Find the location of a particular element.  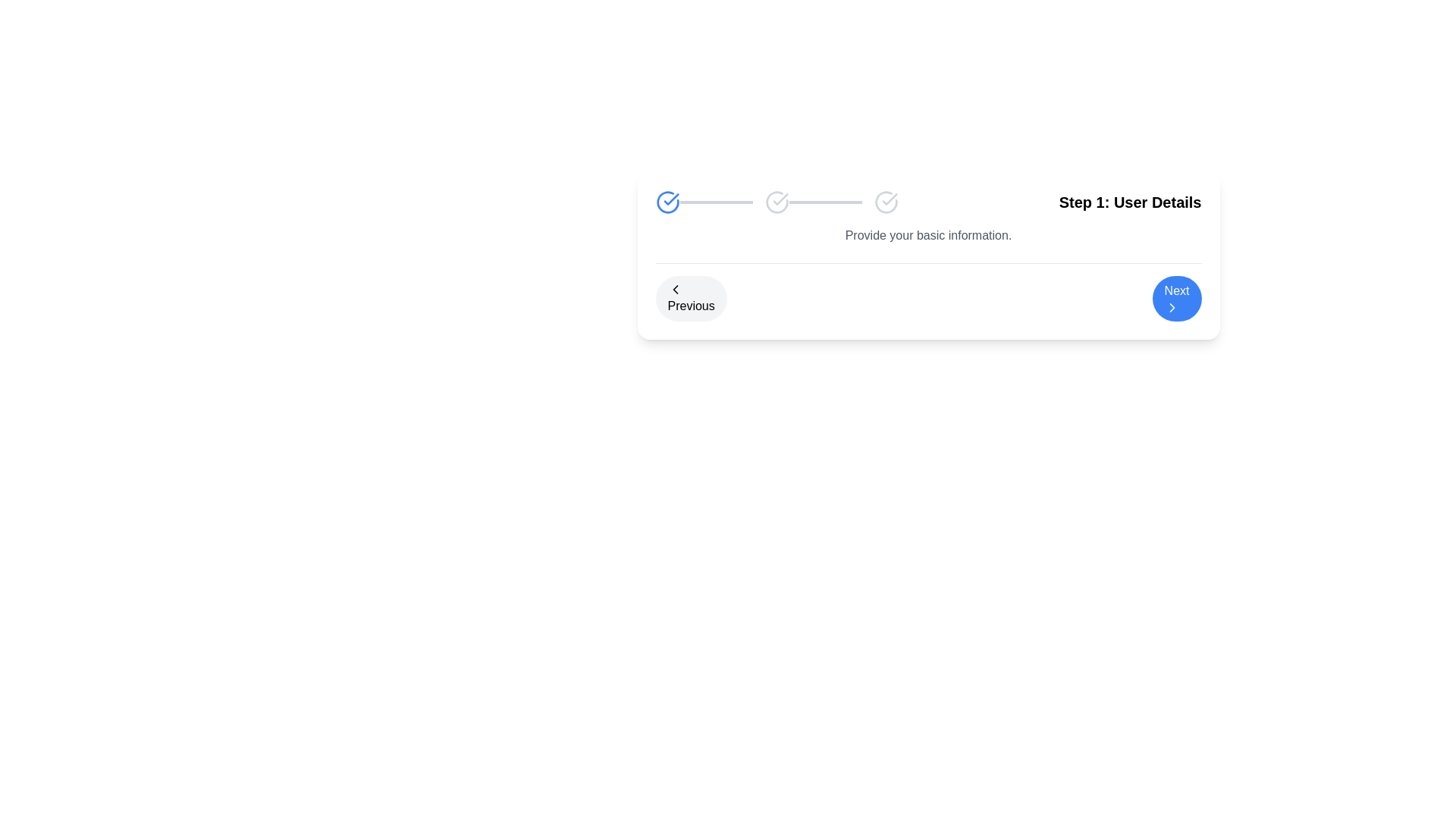

the text label that serves as a subheading or instruction below the title 'Step 1: User Details' is located at coordinates (927, 236).